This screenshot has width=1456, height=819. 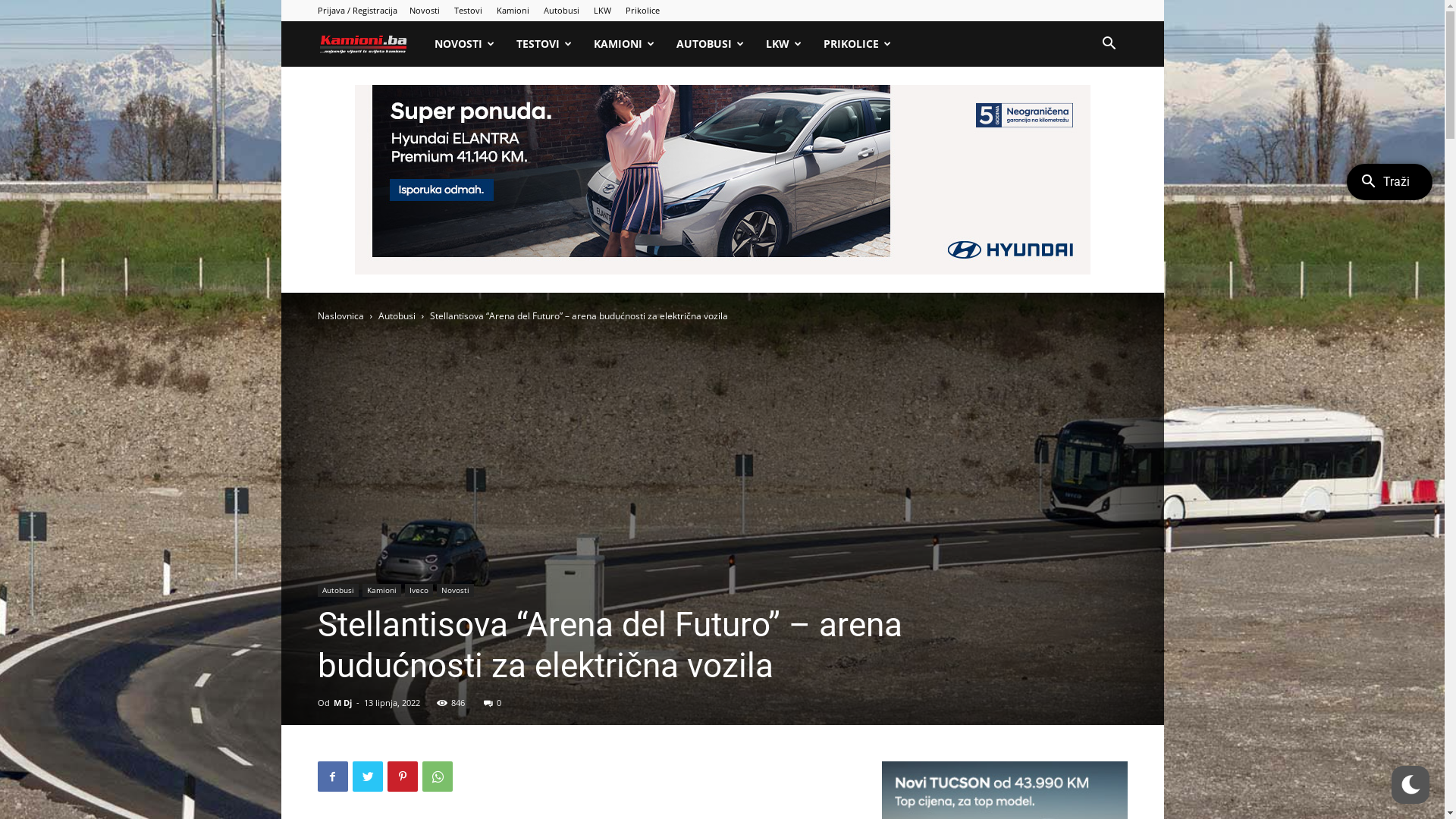 I want to click on 'TESTOVI', so click(x=544, y=42).